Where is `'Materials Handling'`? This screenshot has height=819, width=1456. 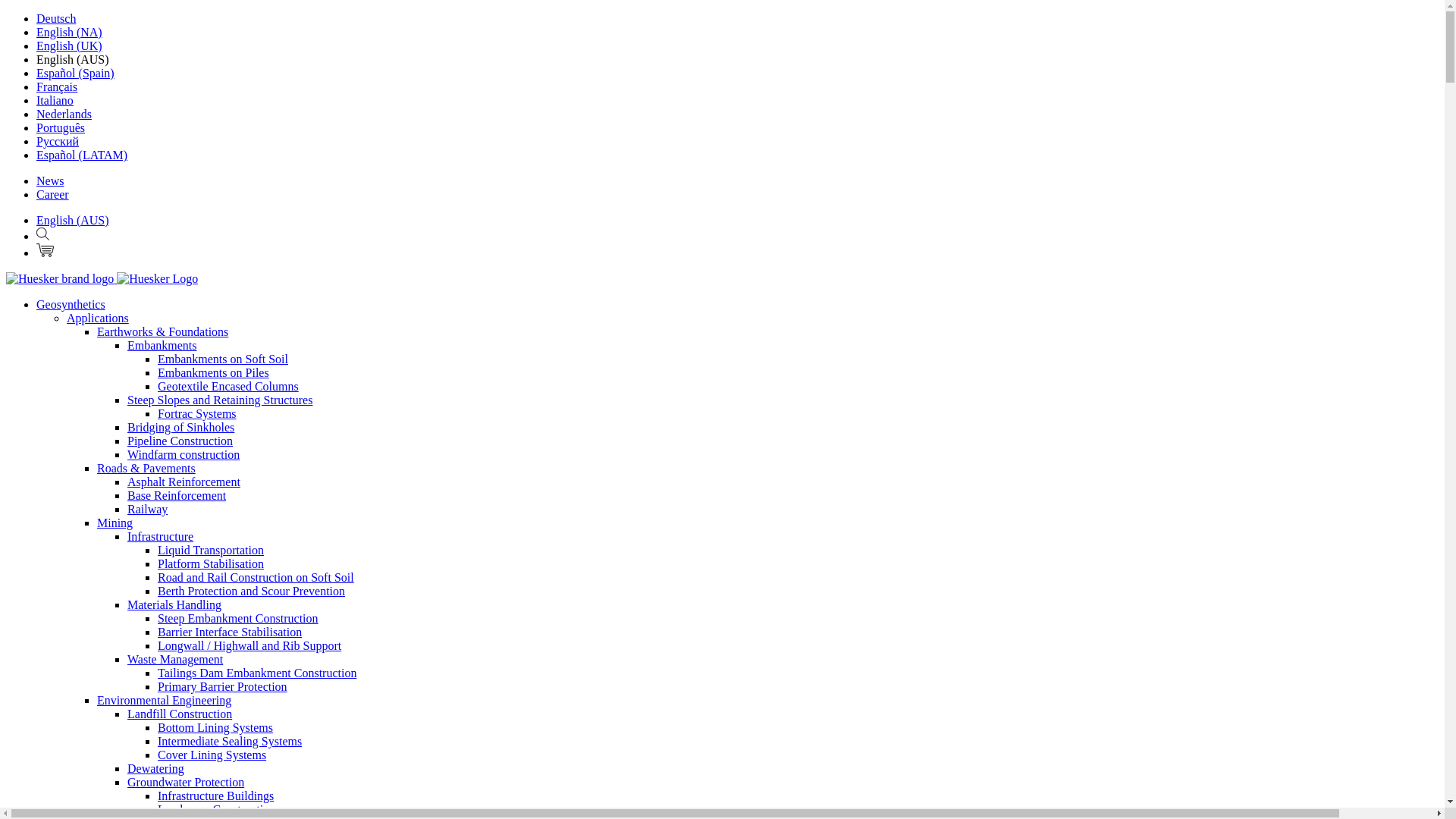 'Materials Handling' is located at coordinates (174, 604).